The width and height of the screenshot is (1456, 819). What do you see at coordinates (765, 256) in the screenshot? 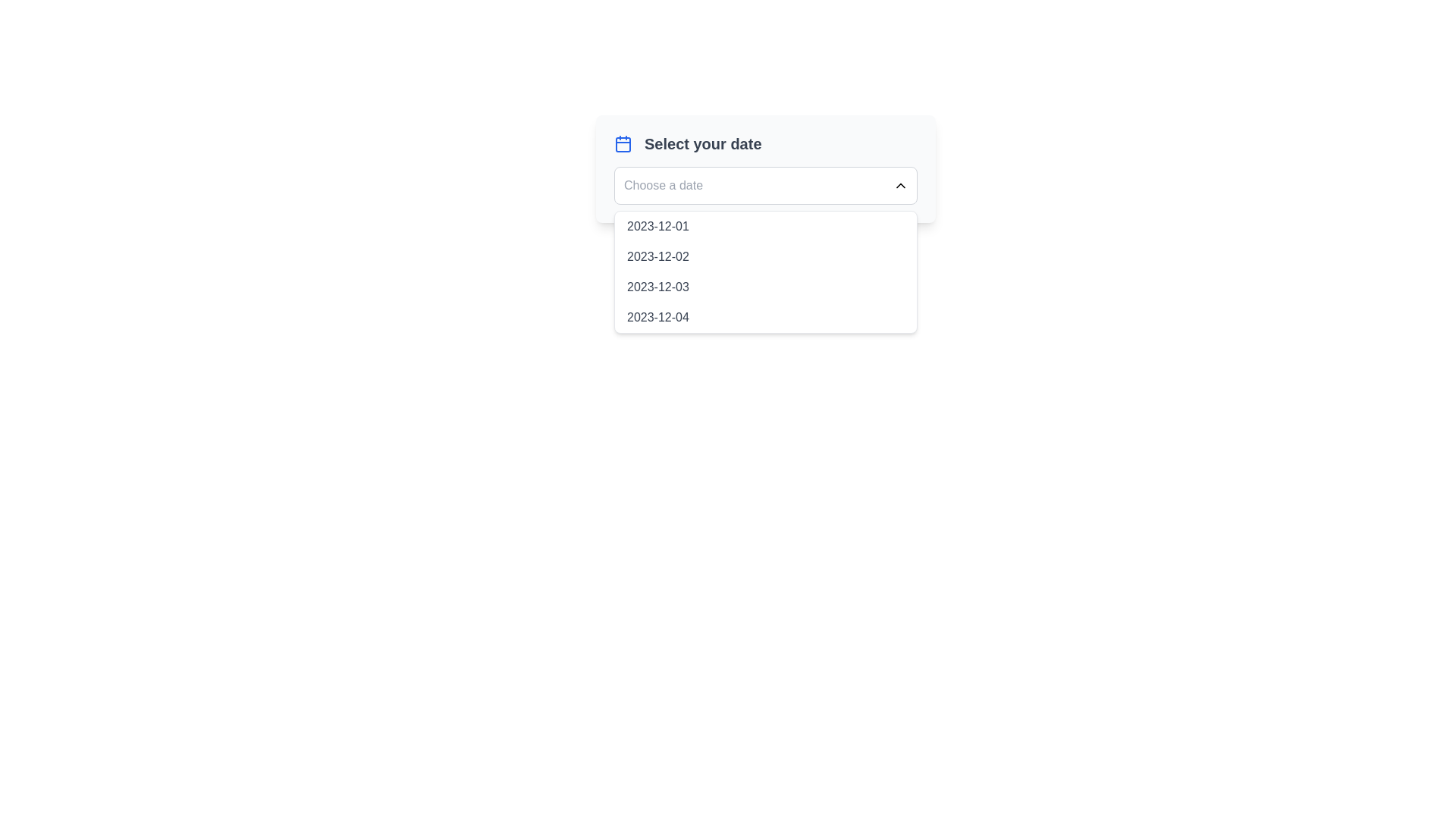
I see `the second date option in the dropdown menu, positioned directly below '2023-12-01' and above '2023-12-03'` at bounding box center [765, 256].